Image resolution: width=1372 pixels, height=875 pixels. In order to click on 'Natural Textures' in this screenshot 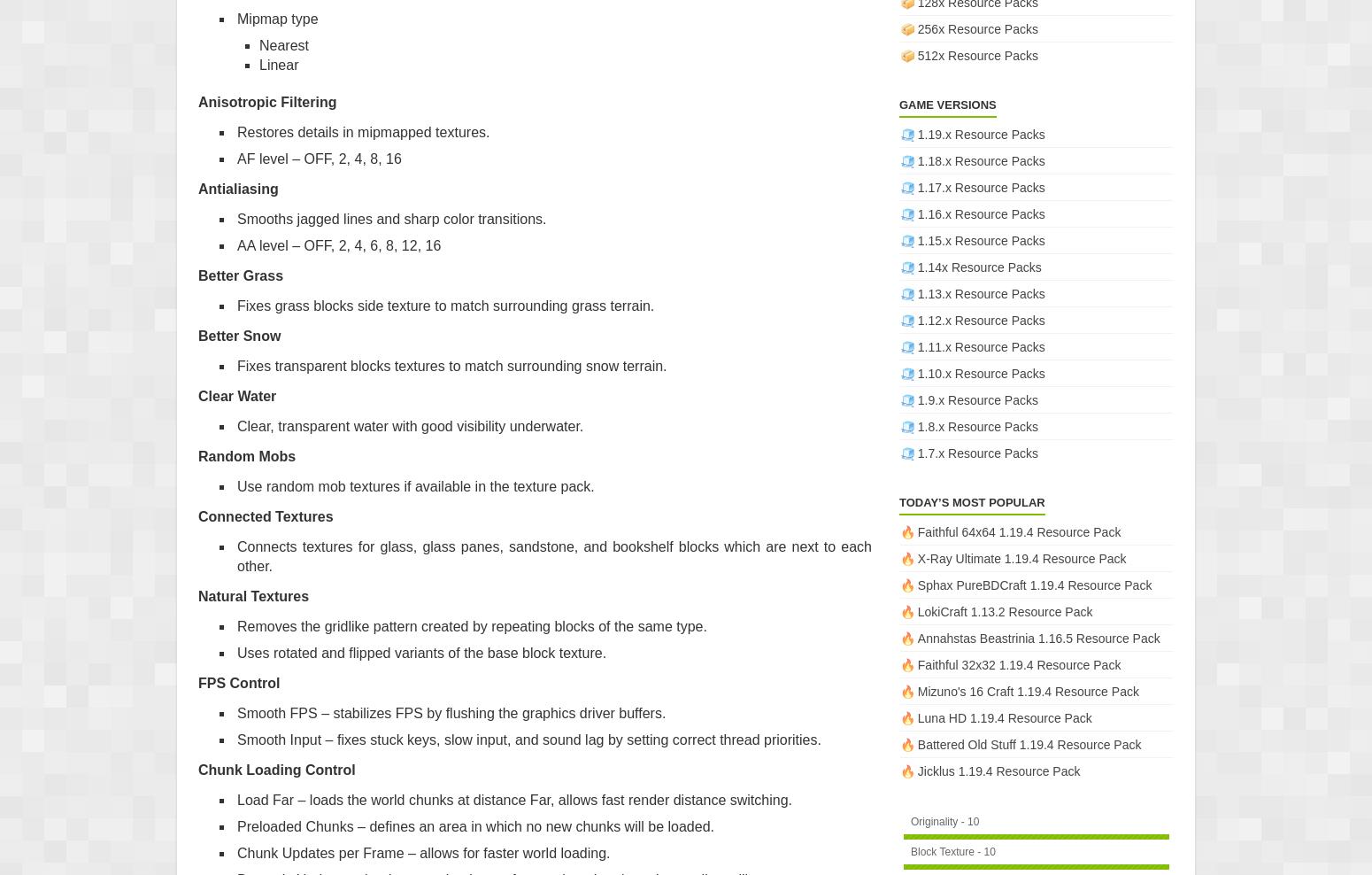, I will do `click(253, 594)`.